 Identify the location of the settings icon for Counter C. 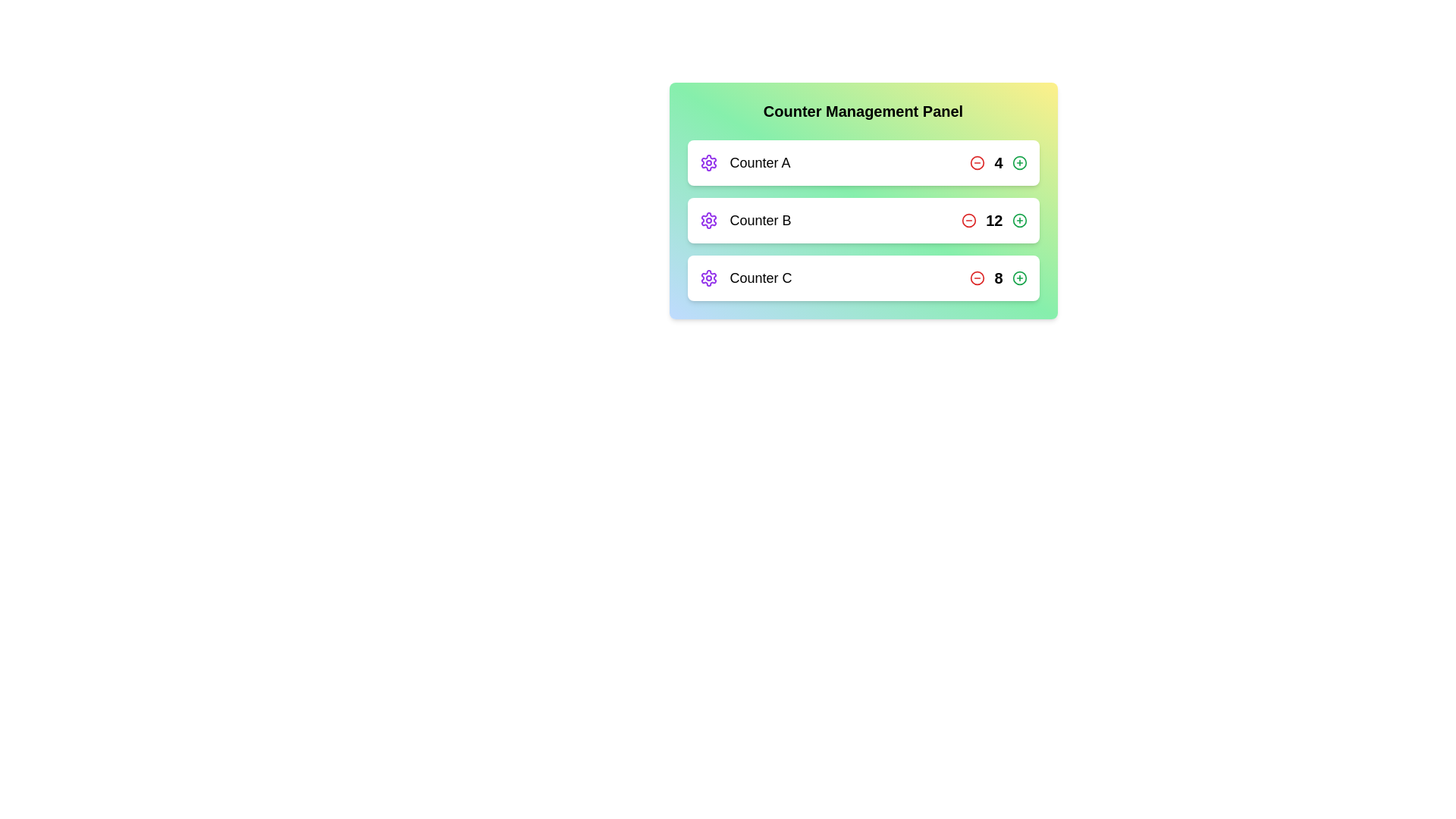
(708, 278).